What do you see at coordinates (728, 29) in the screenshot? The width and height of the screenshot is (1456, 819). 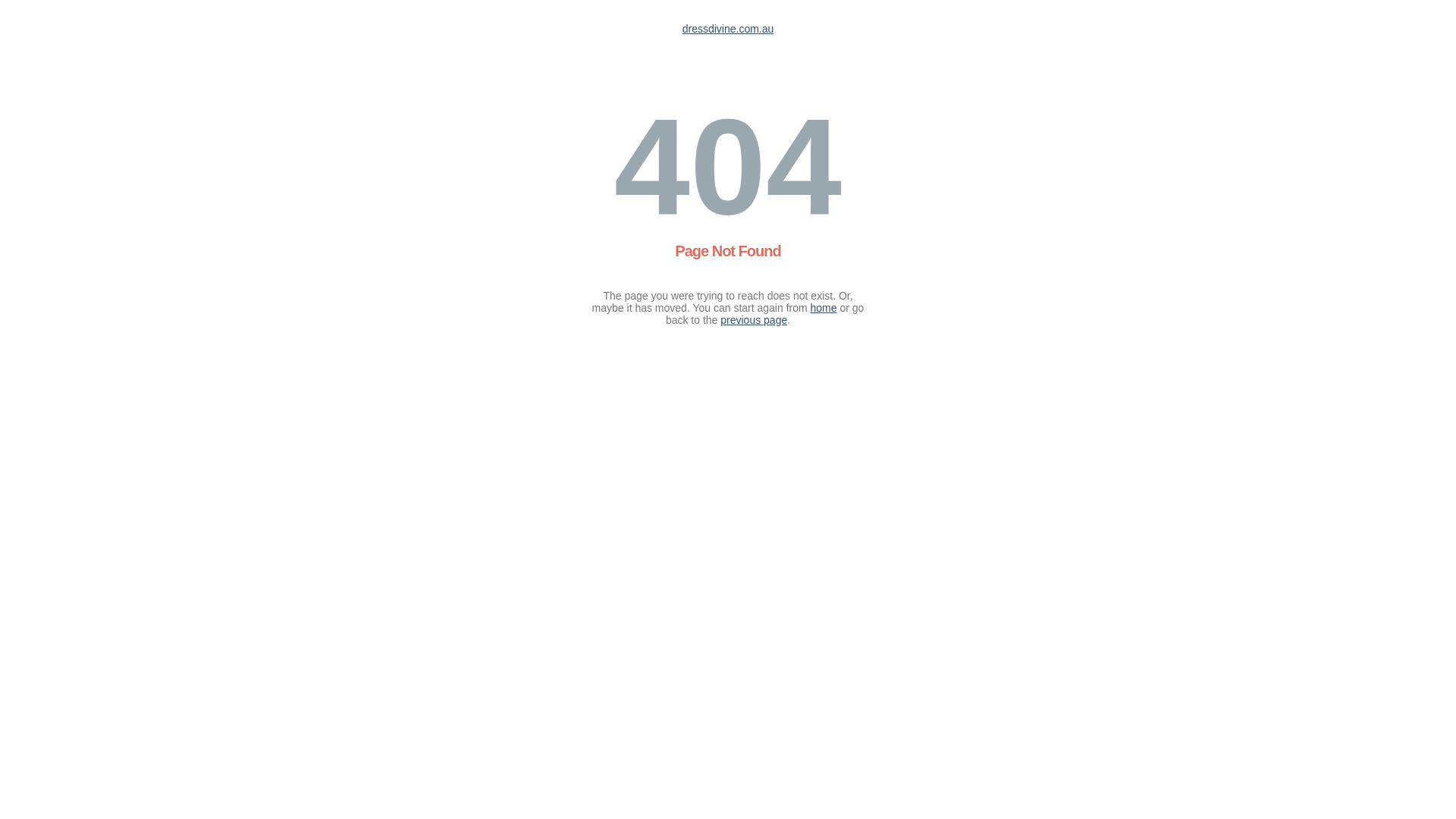 I see `'dressdivine.com.au'` at bounding box center [728, 29].